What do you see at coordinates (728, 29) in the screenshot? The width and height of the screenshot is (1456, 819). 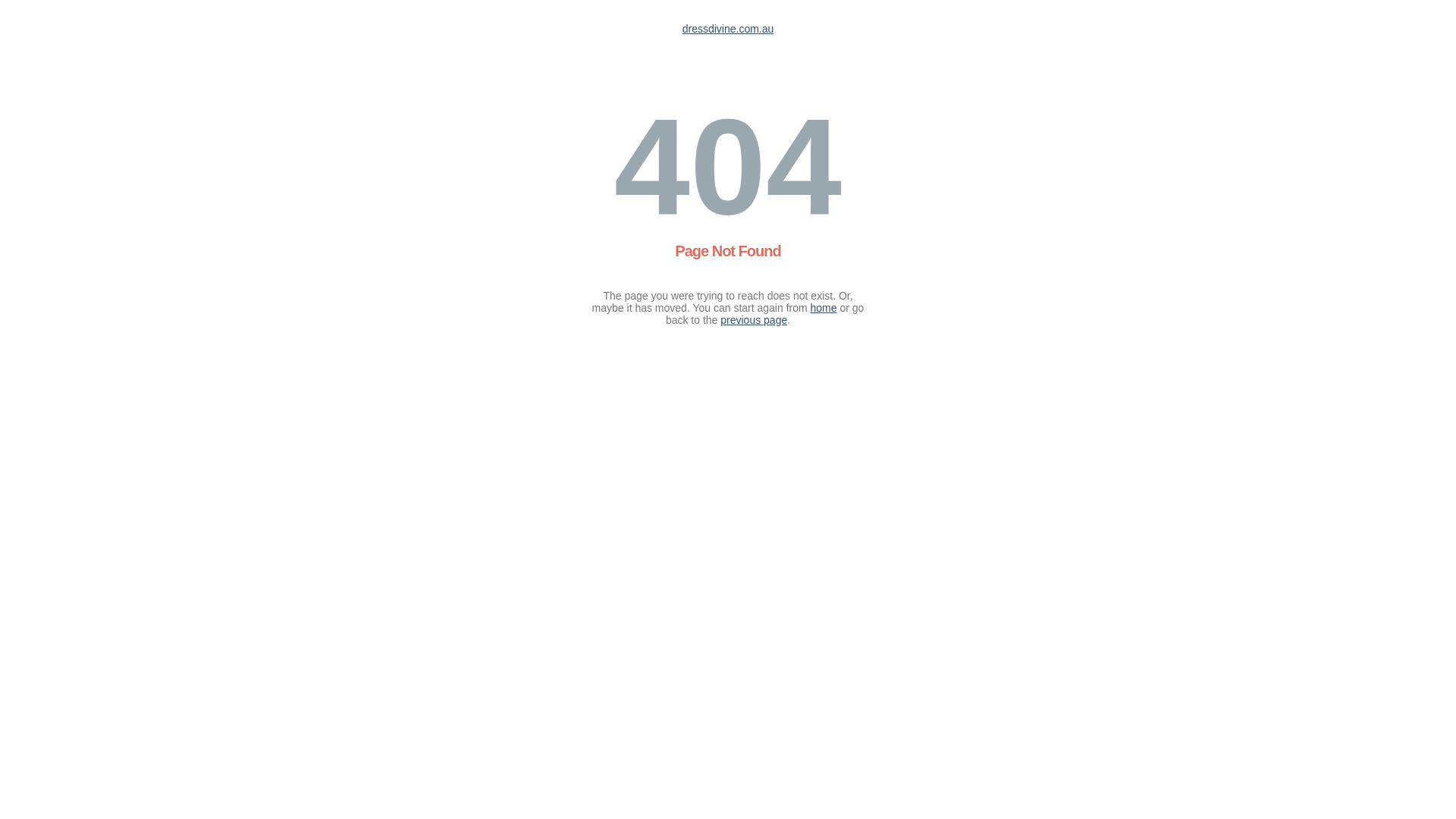 I see `'dressdivine.com.au'` at bounding box center [728, 29].